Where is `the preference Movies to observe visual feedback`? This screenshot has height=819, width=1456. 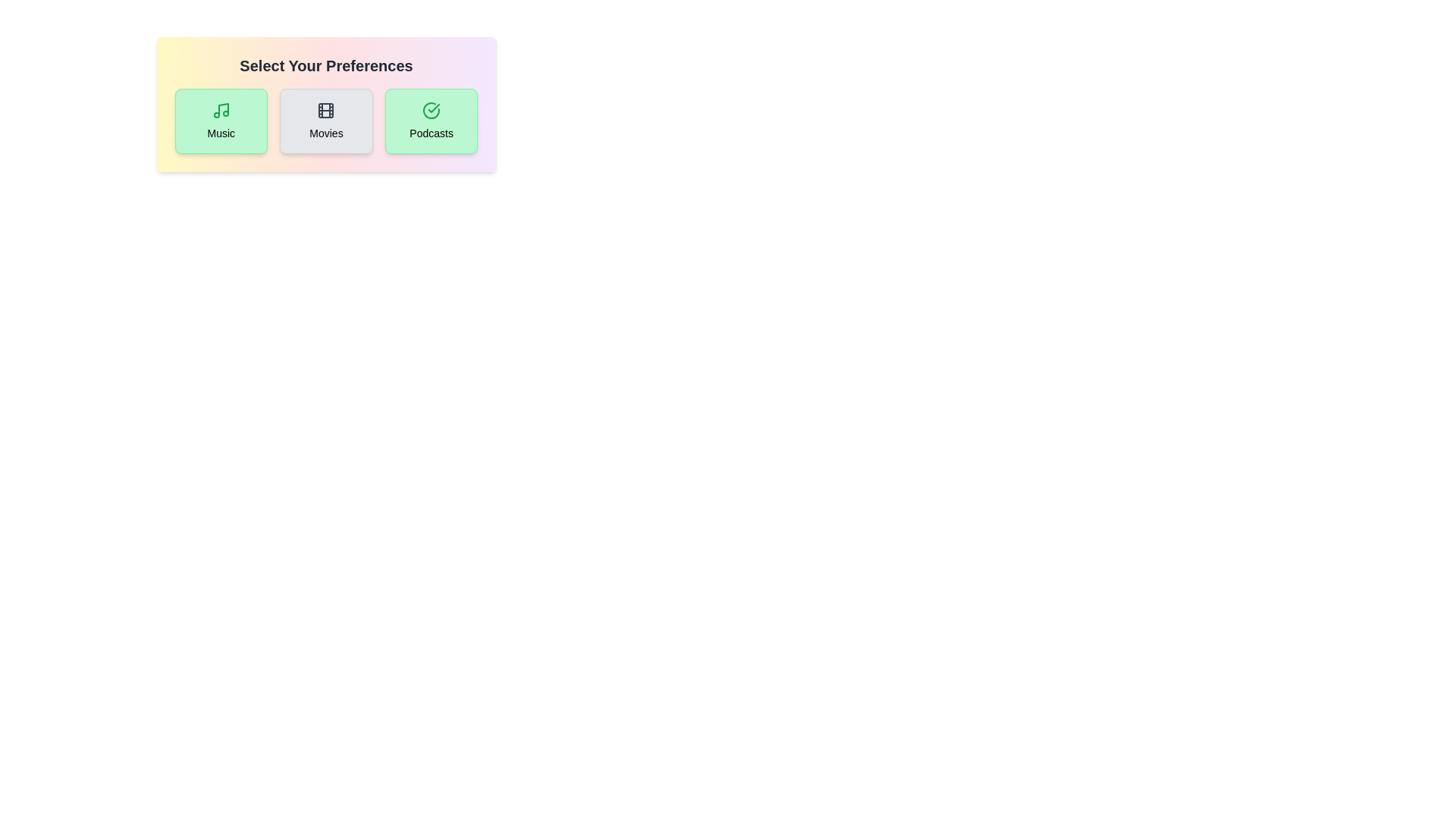
the preference Movies to observe visual feedback is located at coordinates (325, 120).